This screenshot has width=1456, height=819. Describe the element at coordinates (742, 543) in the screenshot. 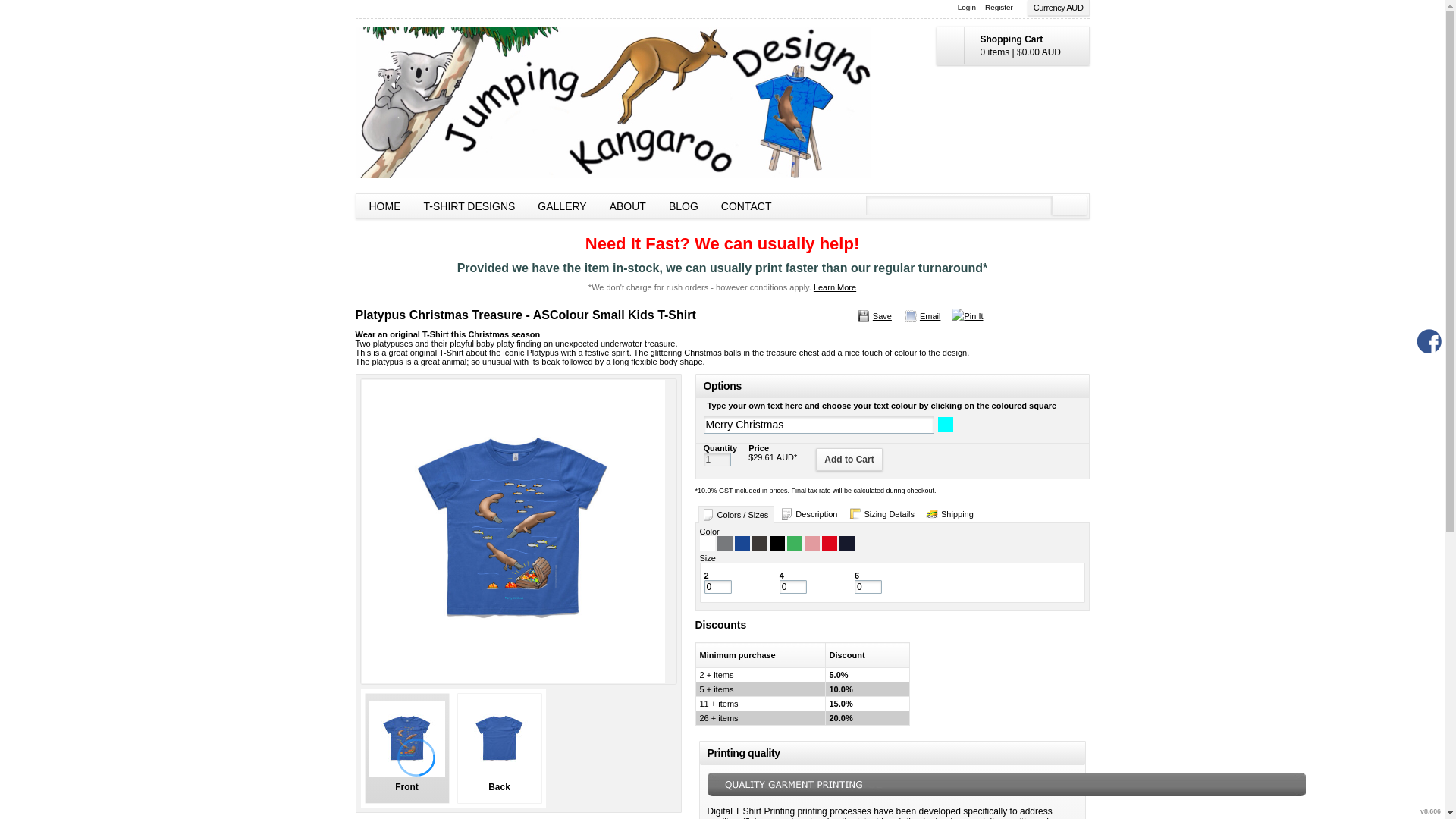

I see `'Bright Royal'` at that location.